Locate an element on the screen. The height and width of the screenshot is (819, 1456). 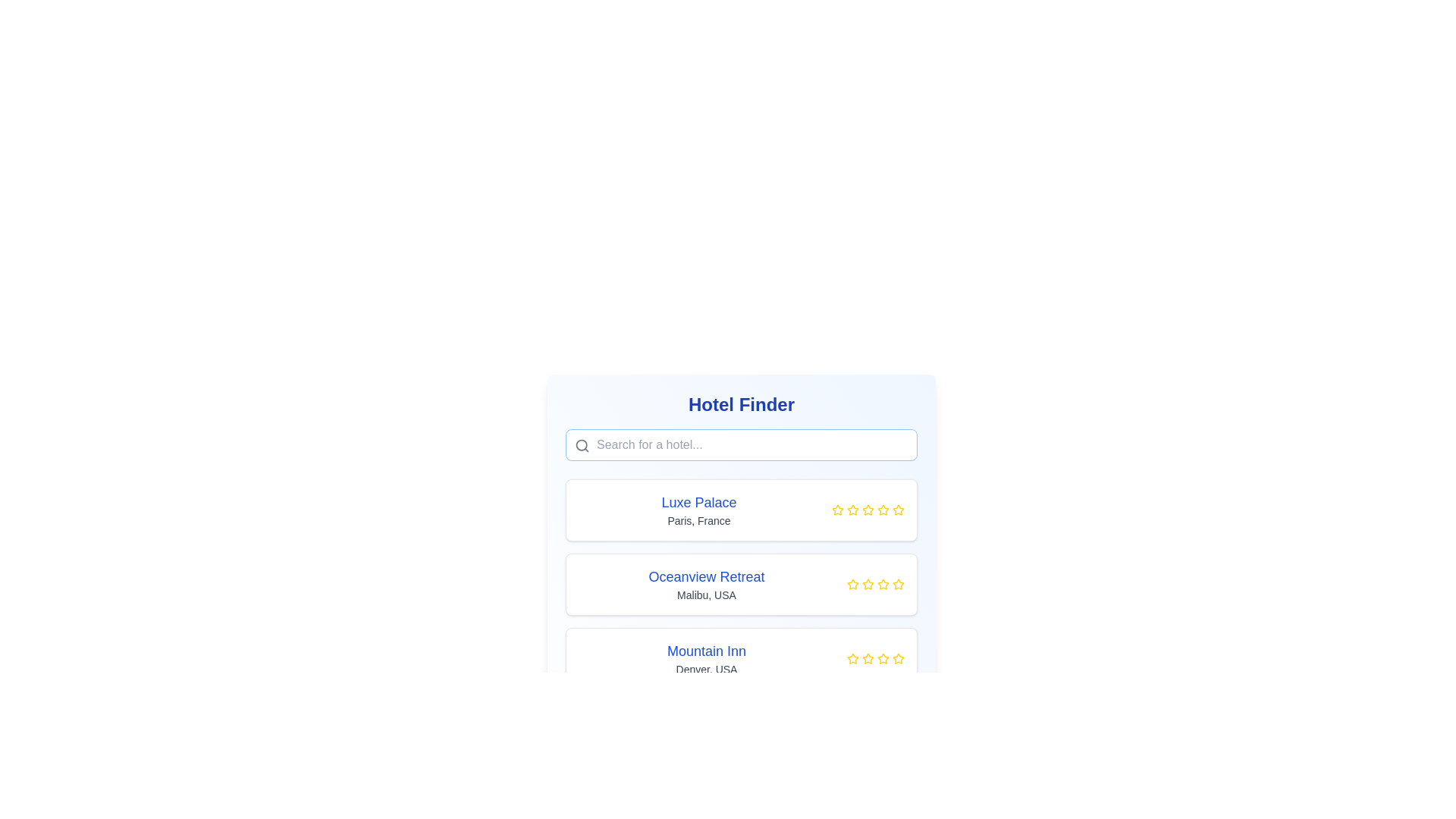
the third star icon in the rating system for 'Oceanview Retreat' is located at coordinates (883, 583).